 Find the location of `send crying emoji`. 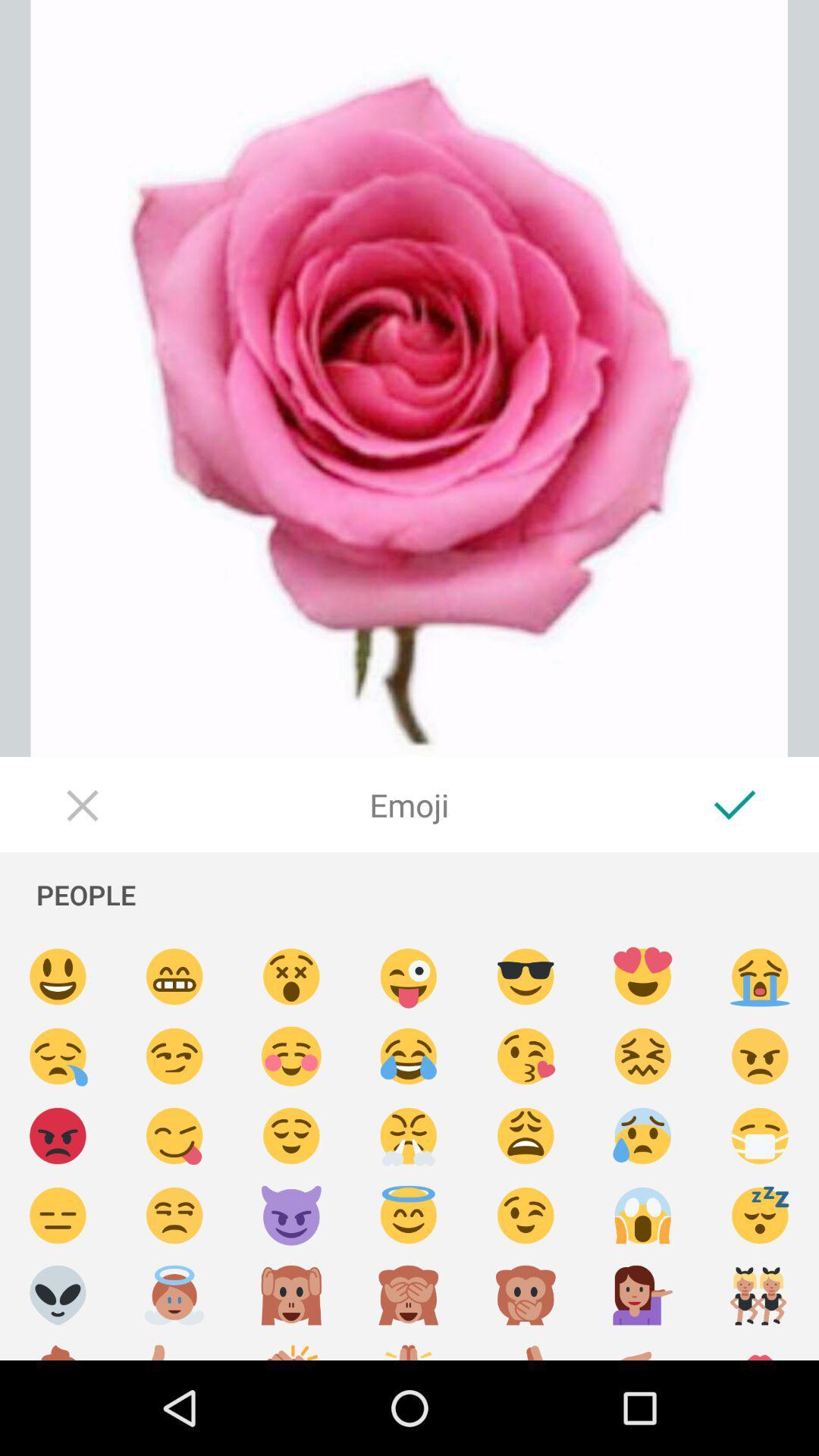

send crying emoji is located at coordinates (760, 977).